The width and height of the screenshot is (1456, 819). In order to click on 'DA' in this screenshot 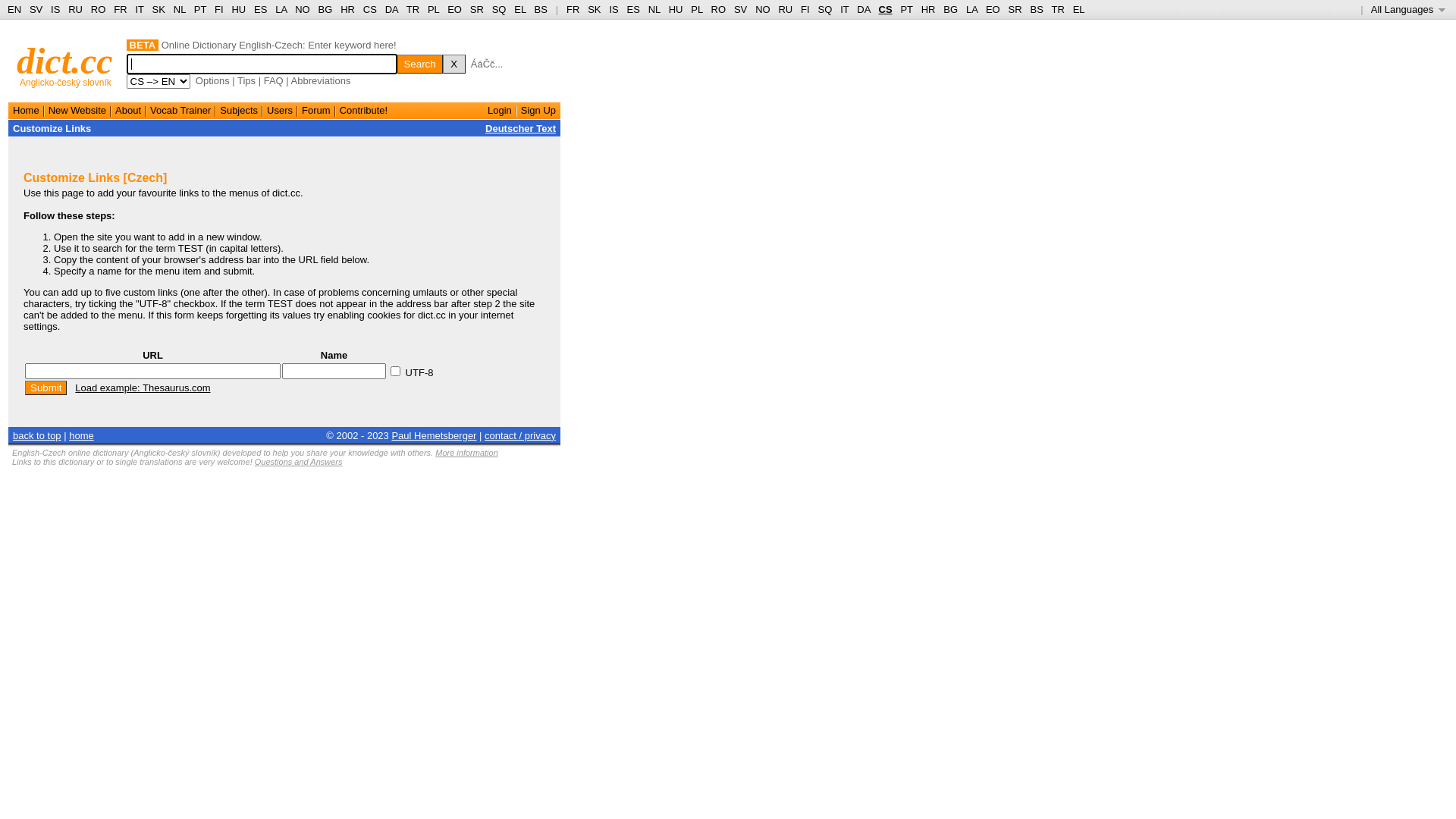, I will do `click(863, 9)`.